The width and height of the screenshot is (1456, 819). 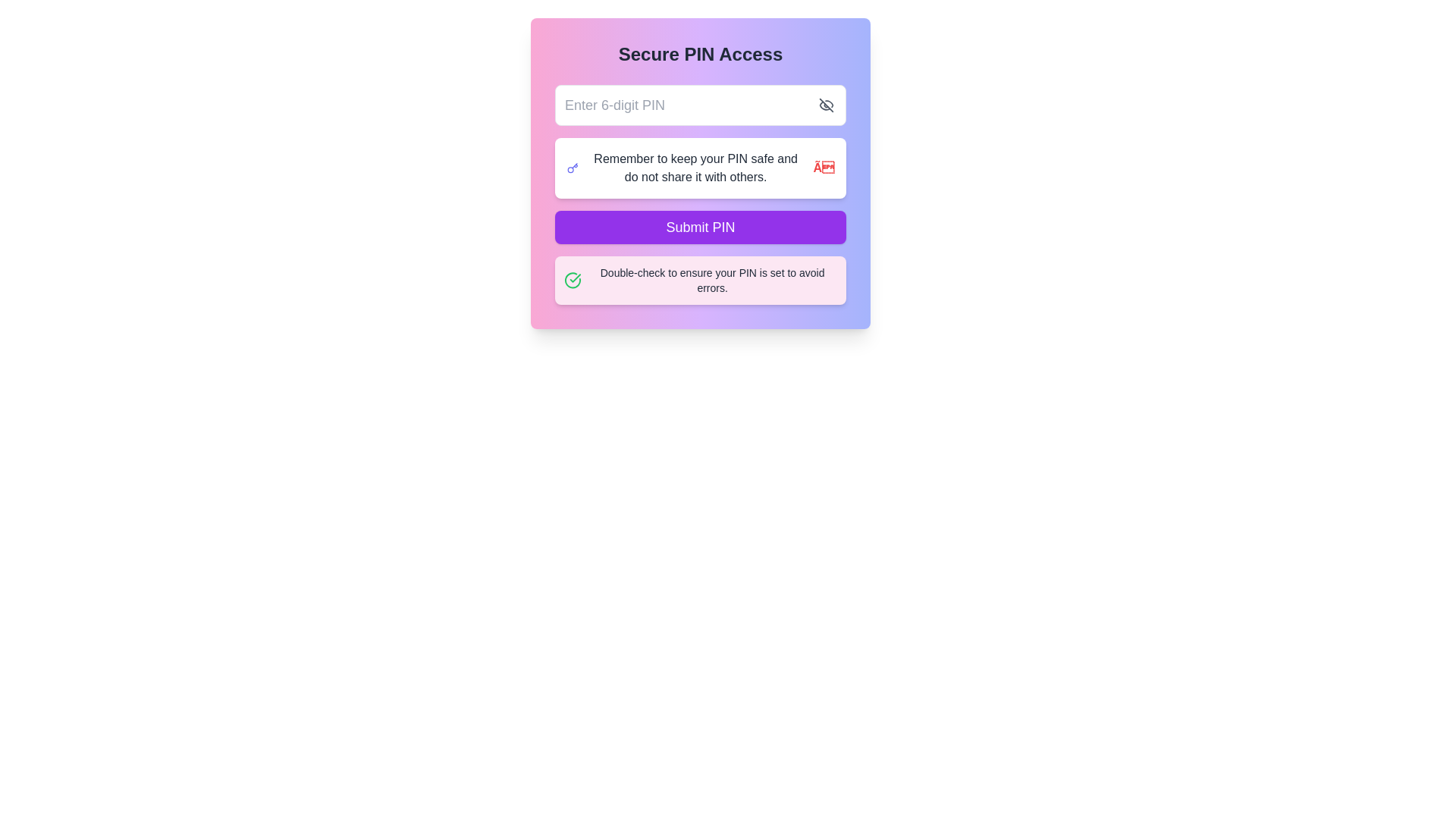 What do you see at coordinates (700, 281) in the screenshot?
I see `the informational tooltip located below the 'Submit PIN' button, which serves as a reminder for users to ensure their PIN is properly set` at bounding box center [700, 281].